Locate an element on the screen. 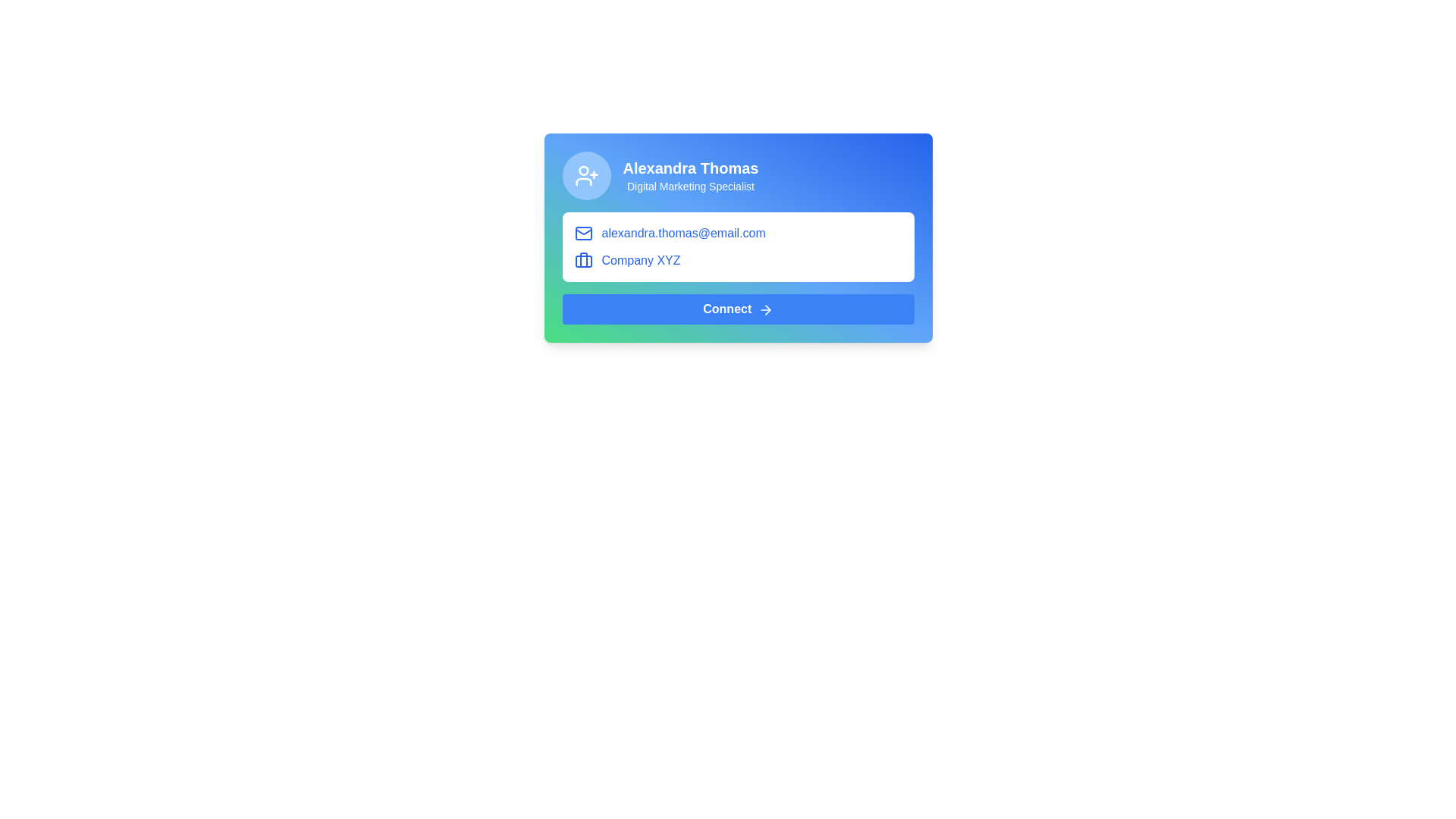 The image size is (1456, 819). the 'Company XYZ' text label displayed in blue sans-serif font, located in the second row of the card under the user's email, alongside a briefcase icon is located at coordinates (641, 259).